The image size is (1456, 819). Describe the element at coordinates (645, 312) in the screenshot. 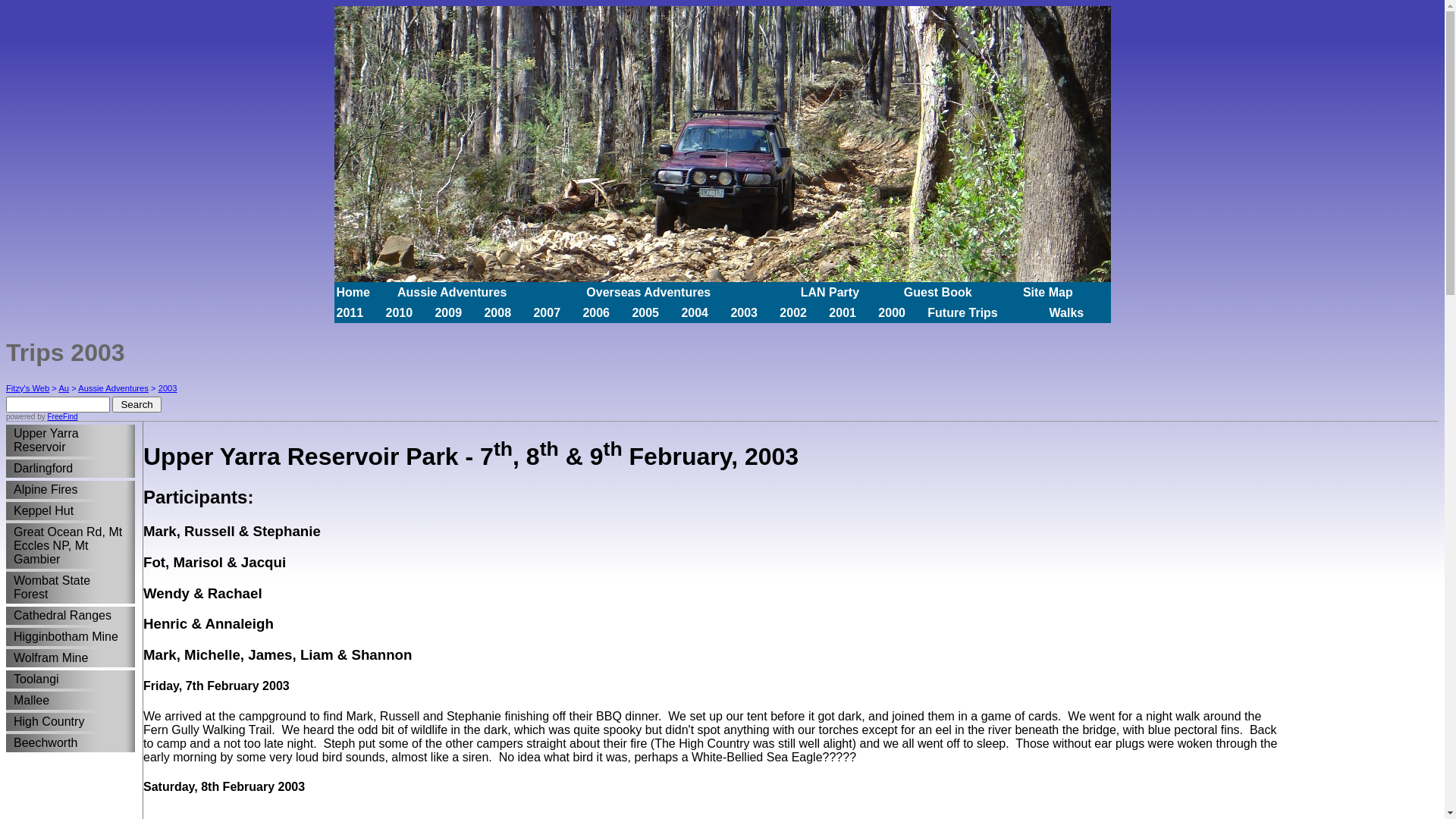

I see `'2005'` at that location.